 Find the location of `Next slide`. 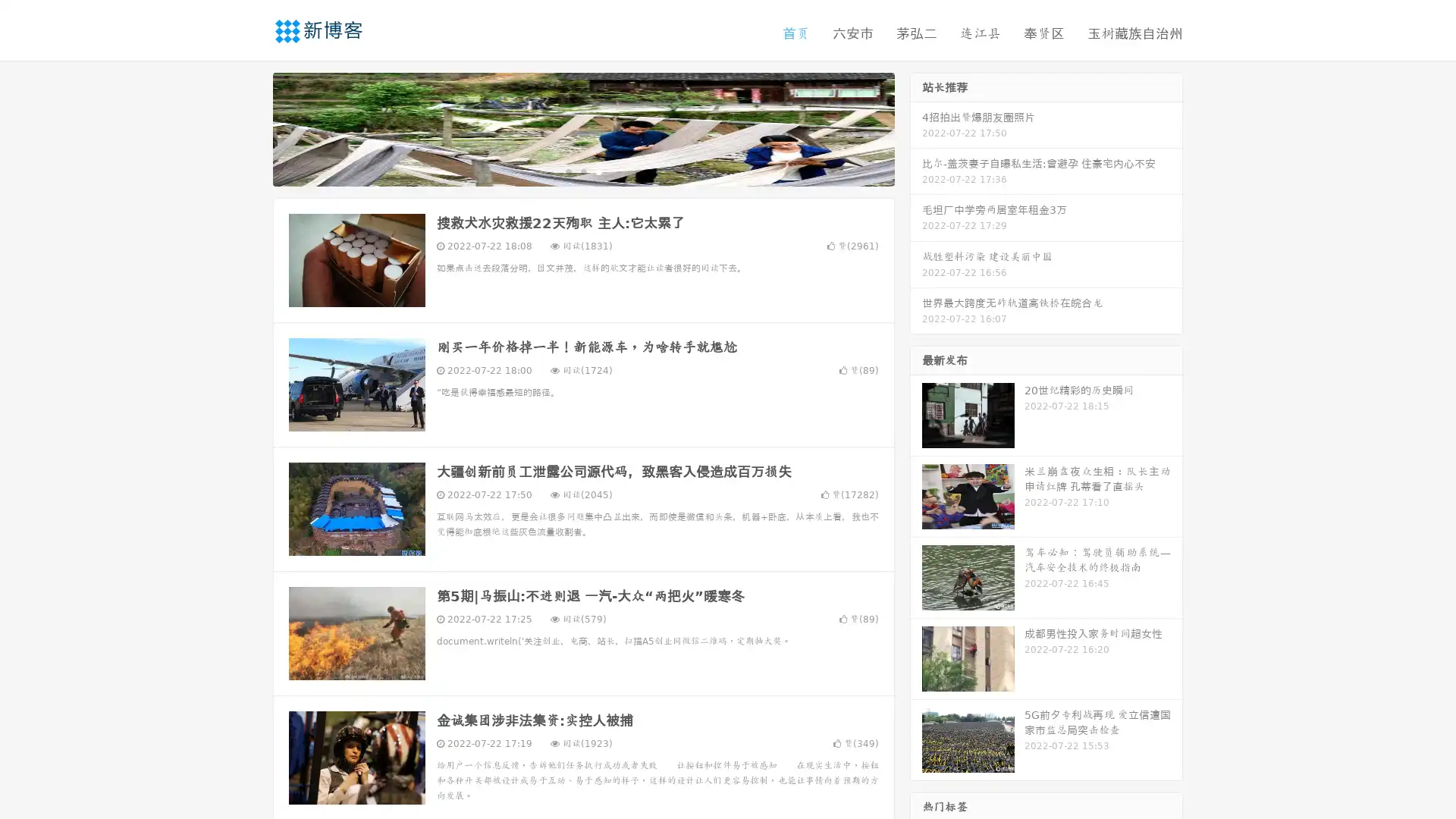

Next slide is located at coordinates (916, 127).